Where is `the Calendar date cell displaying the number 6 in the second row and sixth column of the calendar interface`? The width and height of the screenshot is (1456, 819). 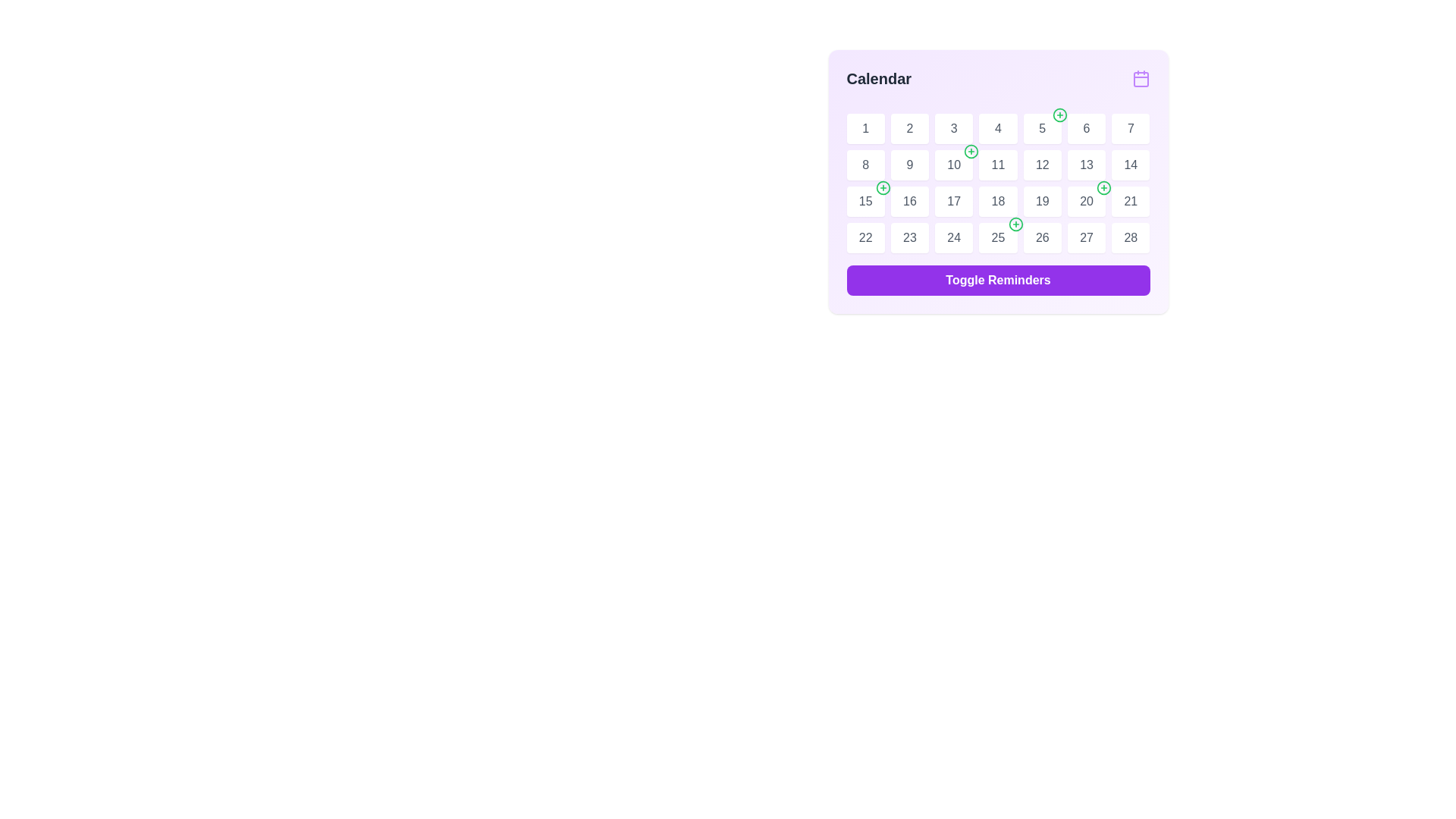
the Calendar date cell displaying the number 6 in the second row and sixth column of the calendar interface is located at coordinates (1086, 127).